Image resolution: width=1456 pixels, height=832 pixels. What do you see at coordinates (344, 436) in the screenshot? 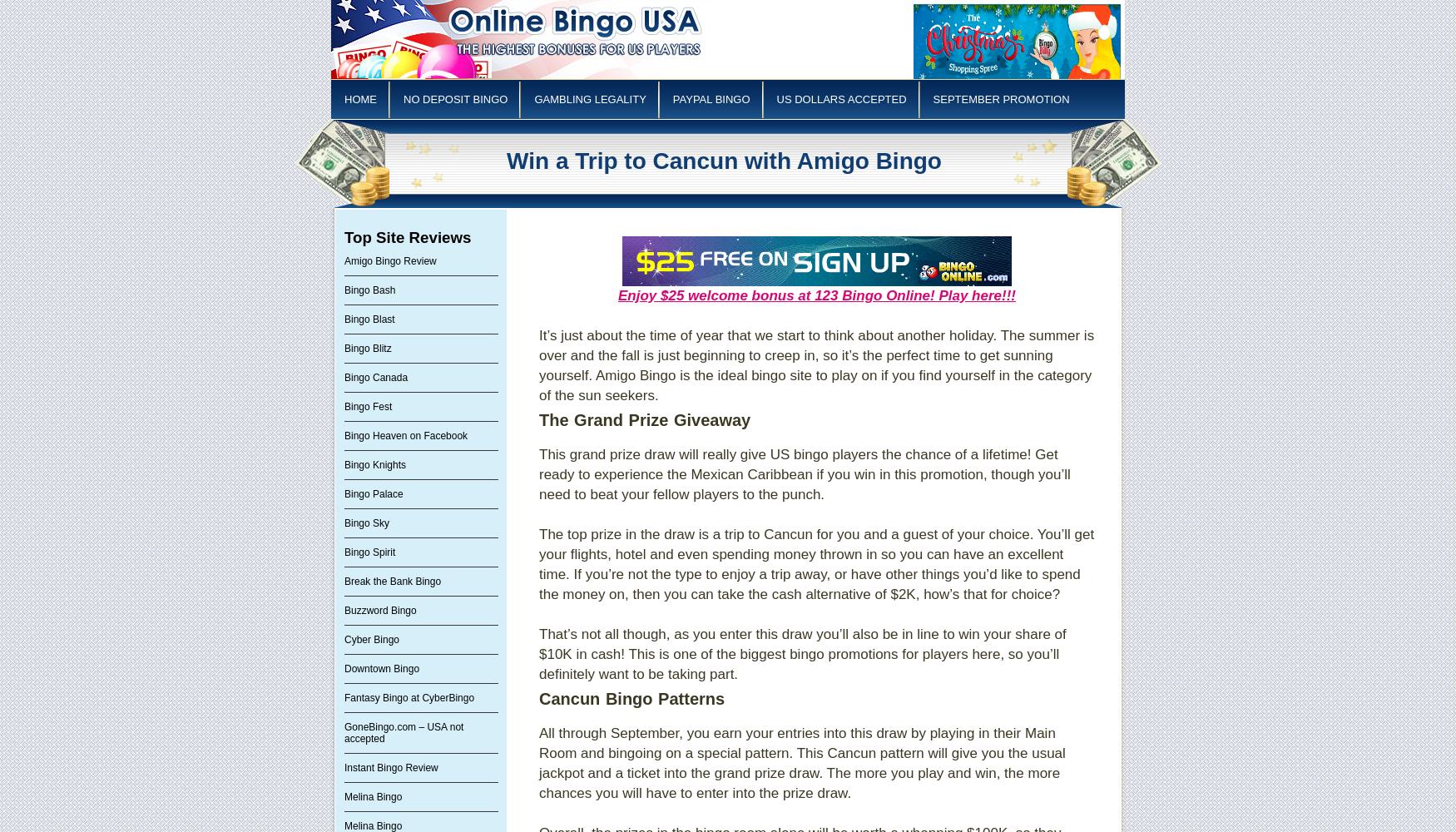
I see `'Bingo Heaven on Facebook'` at bounding box center [344, 436].